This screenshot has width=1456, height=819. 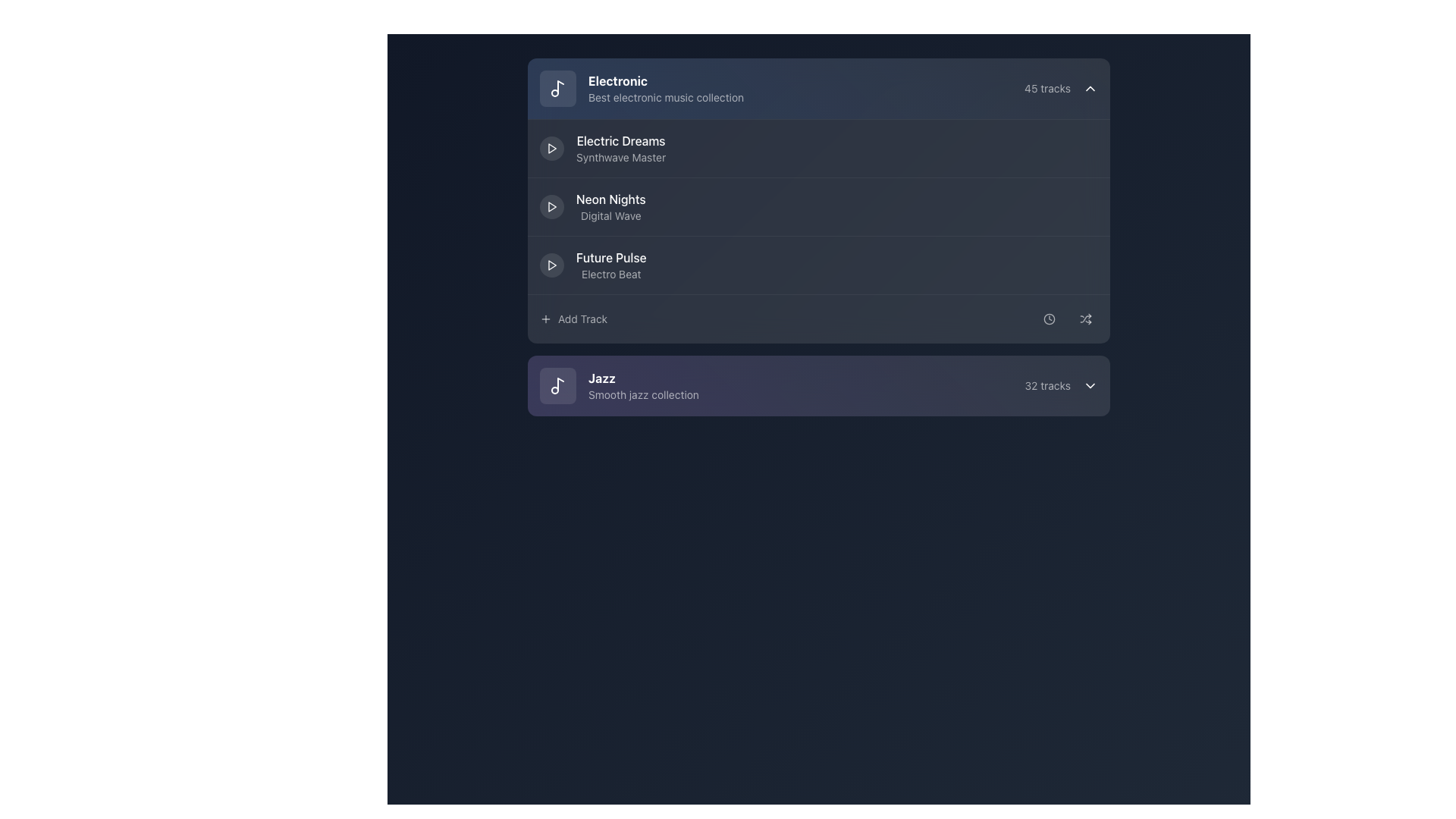 What do you see at coordinates (644, 394) in the screenshot?
I see `the descriptive subtitle text label for the 'Jazz' music genre, which is positioned directly below the 'Jazz' text label in the music genres list` at bounding box center [644, 394].